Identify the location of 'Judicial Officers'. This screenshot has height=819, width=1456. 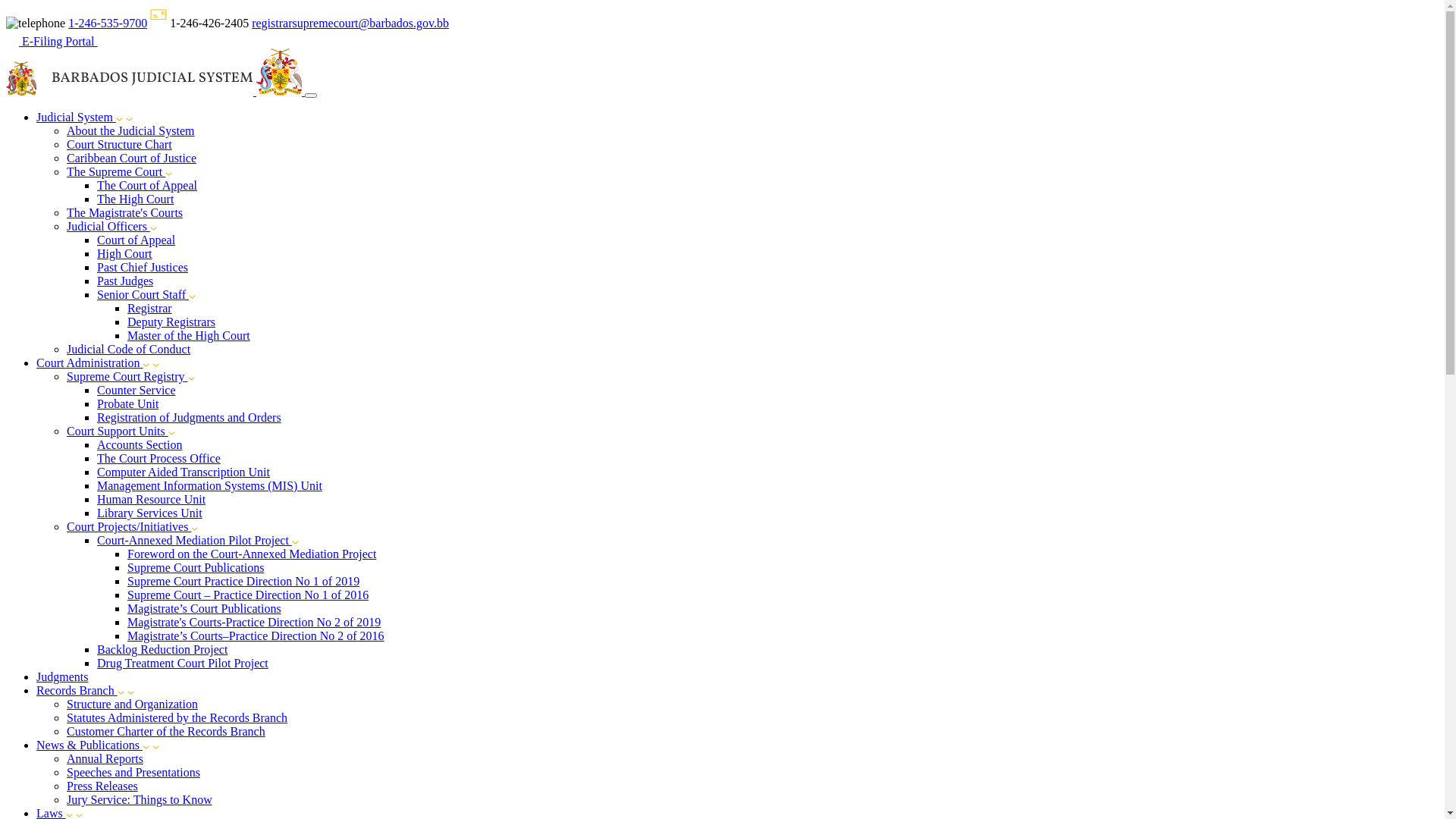
(65, 226).